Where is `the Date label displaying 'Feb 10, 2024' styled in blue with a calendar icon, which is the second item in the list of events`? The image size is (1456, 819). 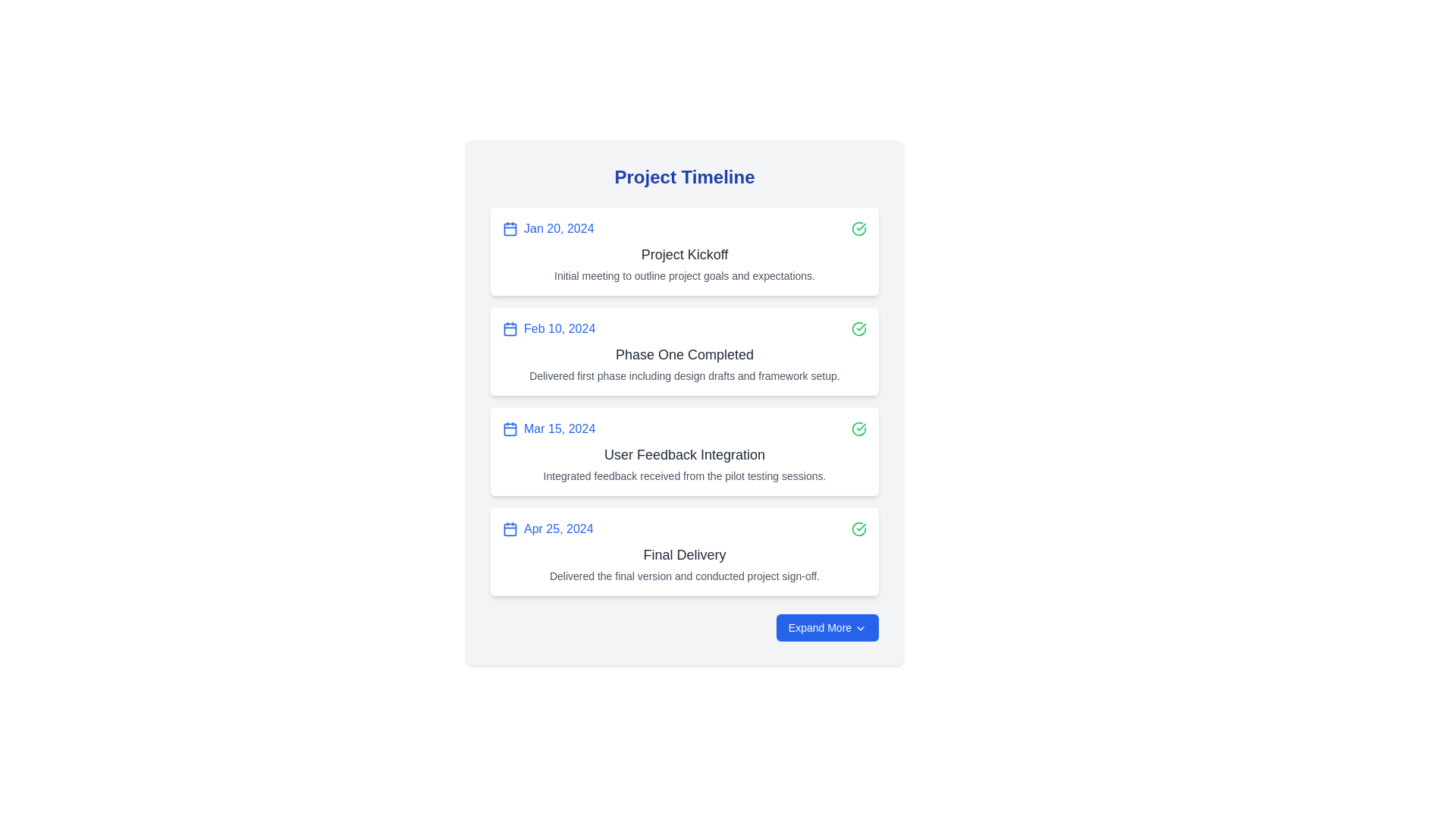
the Date label displaying 'Feb 10, 2024' styled in blue with a calendar icon, which is the second item in the list of events is located at coordinates (548, 328).